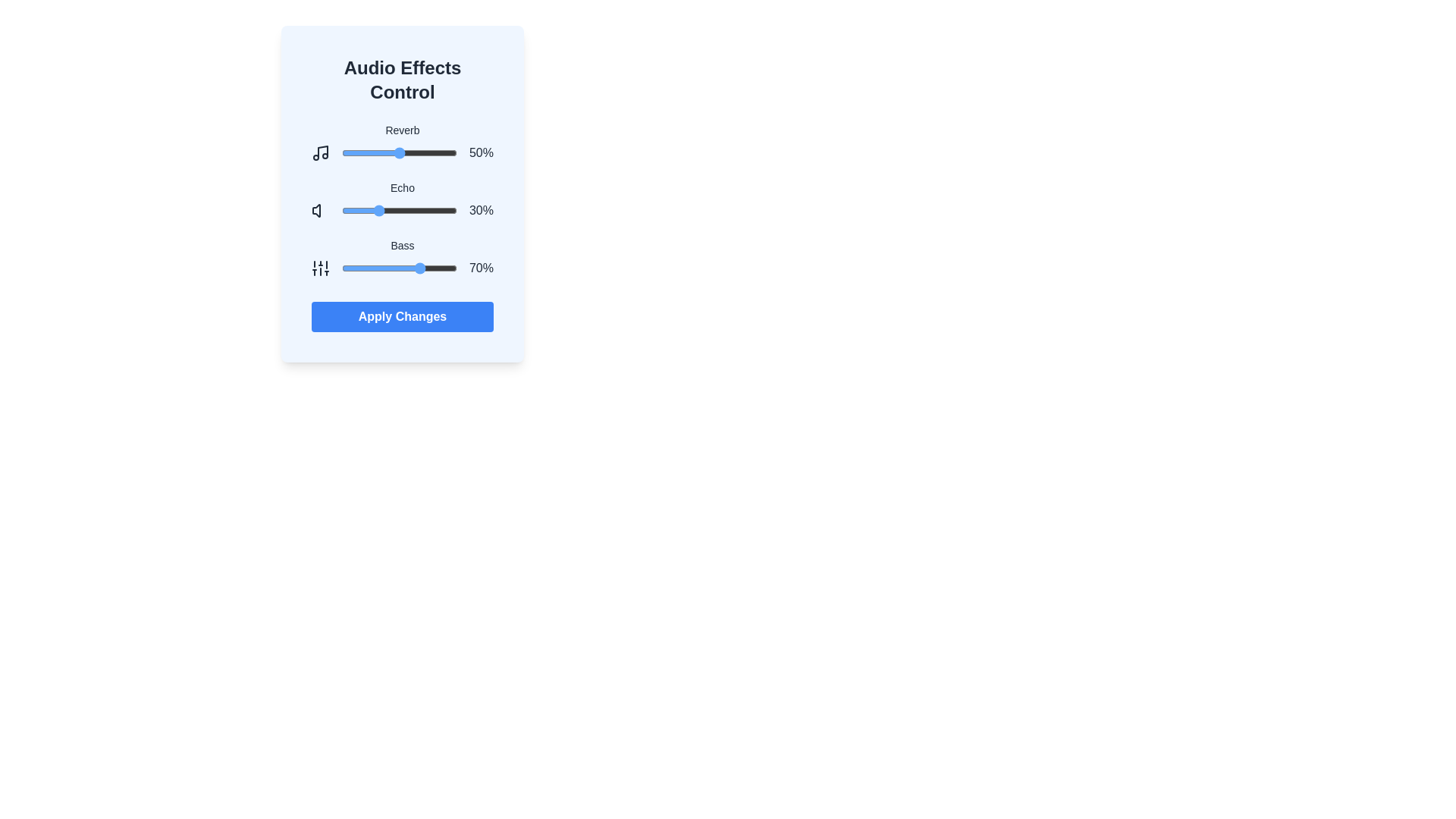 The height and width of the screenshot is (819, 1456). I want to click on the 'Echo' control icon in the audio effects panel, positioned between the 'Reverb' and 'Bass' icons, so click(315, 210).